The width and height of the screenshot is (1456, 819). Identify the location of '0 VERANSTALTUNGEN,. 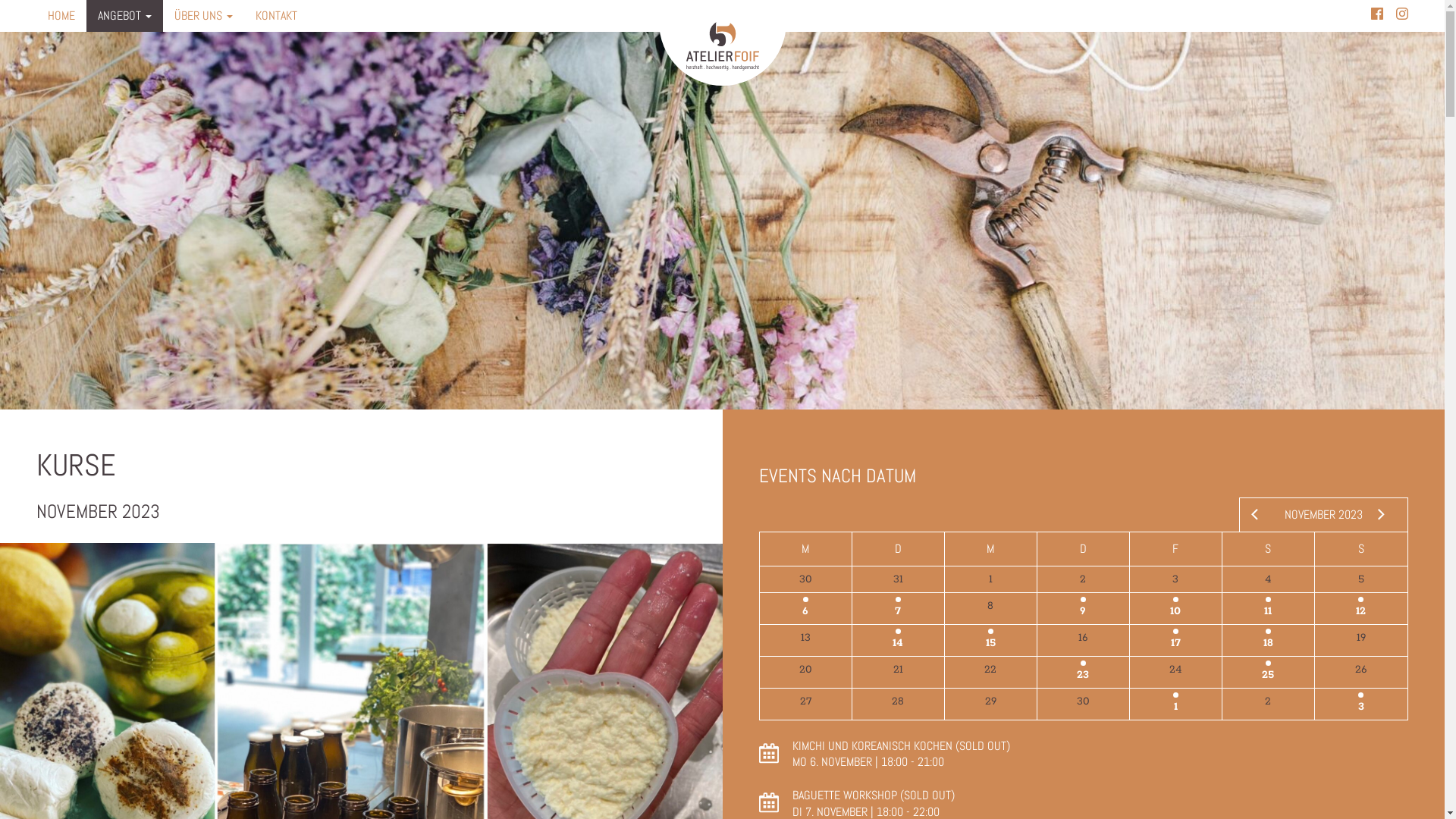
(1175, 671).